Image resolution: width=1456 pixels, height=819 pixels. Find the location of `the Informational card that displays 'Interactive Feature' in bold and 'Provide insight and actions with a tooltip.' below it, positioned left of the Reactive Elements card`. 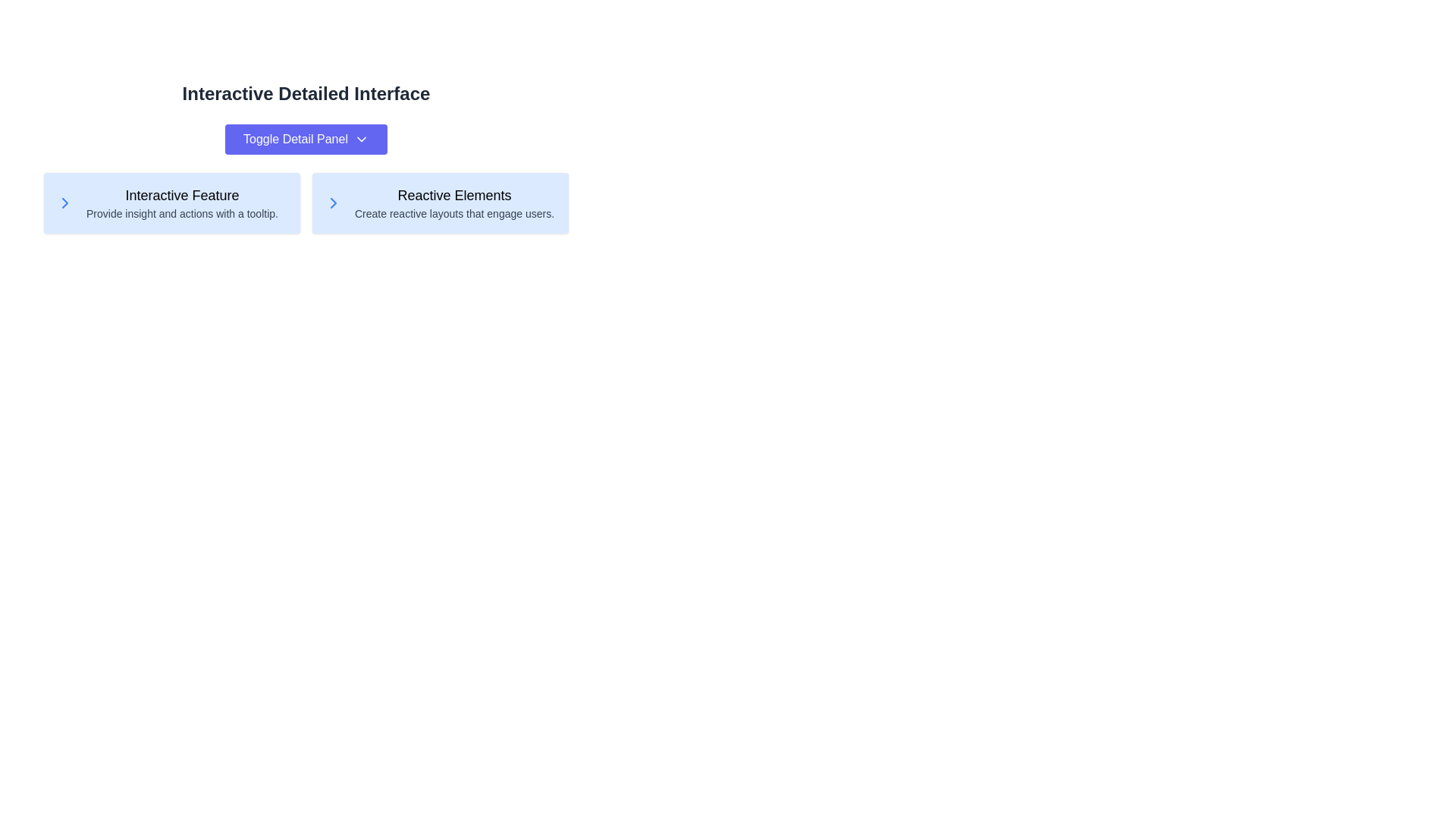

the Informational card that displays 'Interactive Feature' in bold and 'Provide insight and actions with a tooltip.' below it, positioned left of the Reactive Elements card is located at coordinates (182, 202).